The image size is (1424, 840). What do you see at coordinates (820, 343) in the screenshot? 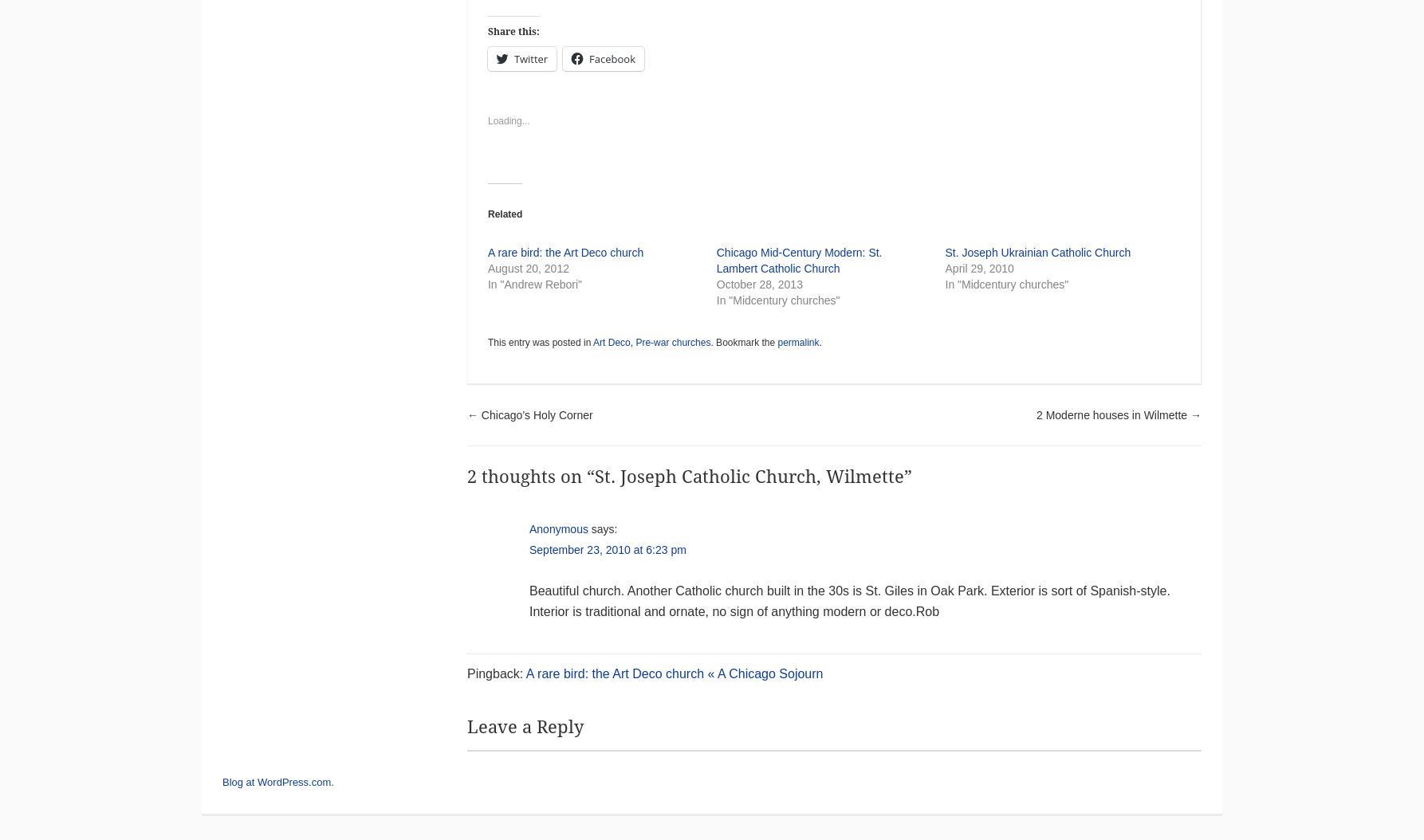
I see `'.'` at bounding box center [820, 343].